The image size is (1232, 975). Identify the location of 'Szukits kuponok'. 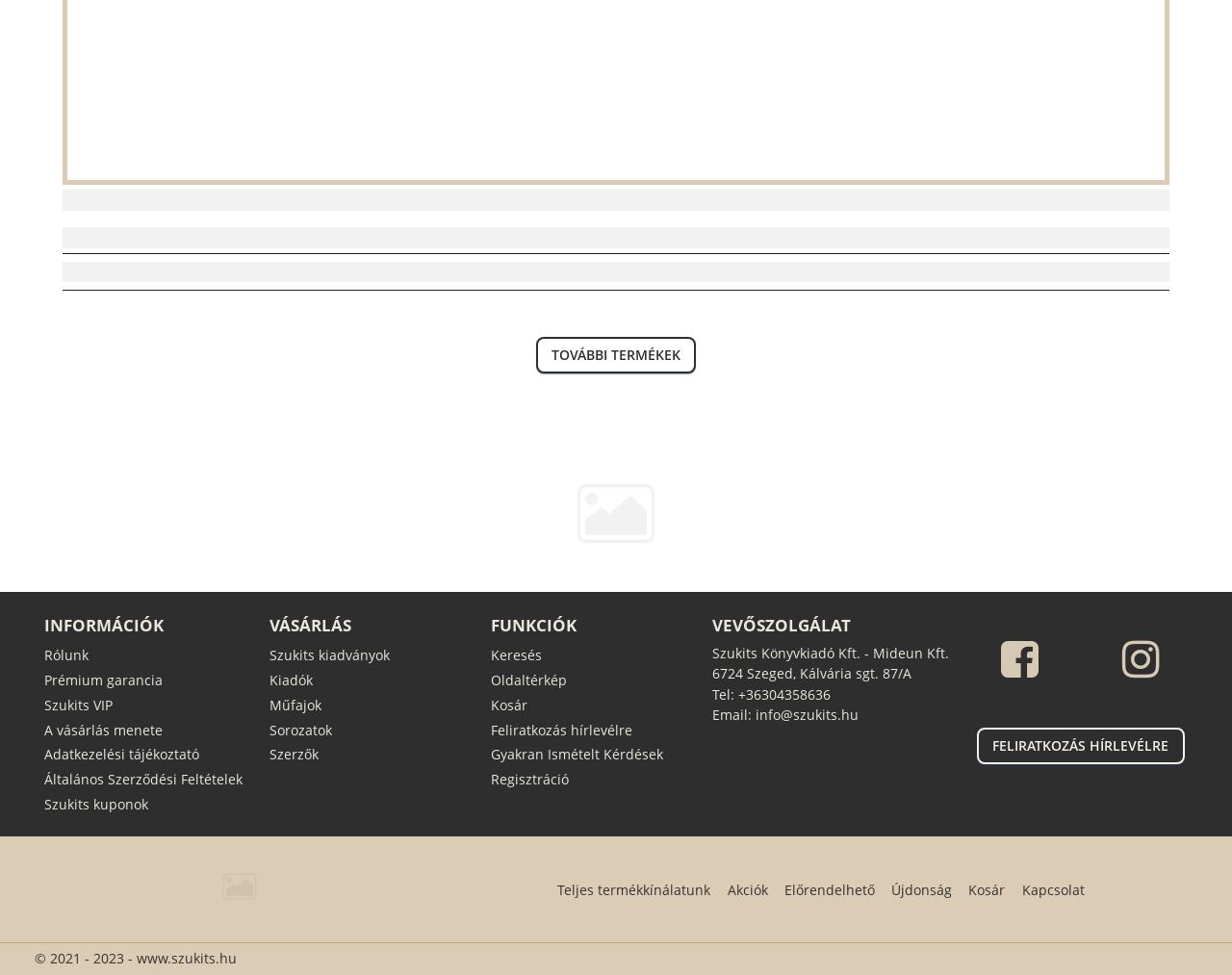
(94, 803).